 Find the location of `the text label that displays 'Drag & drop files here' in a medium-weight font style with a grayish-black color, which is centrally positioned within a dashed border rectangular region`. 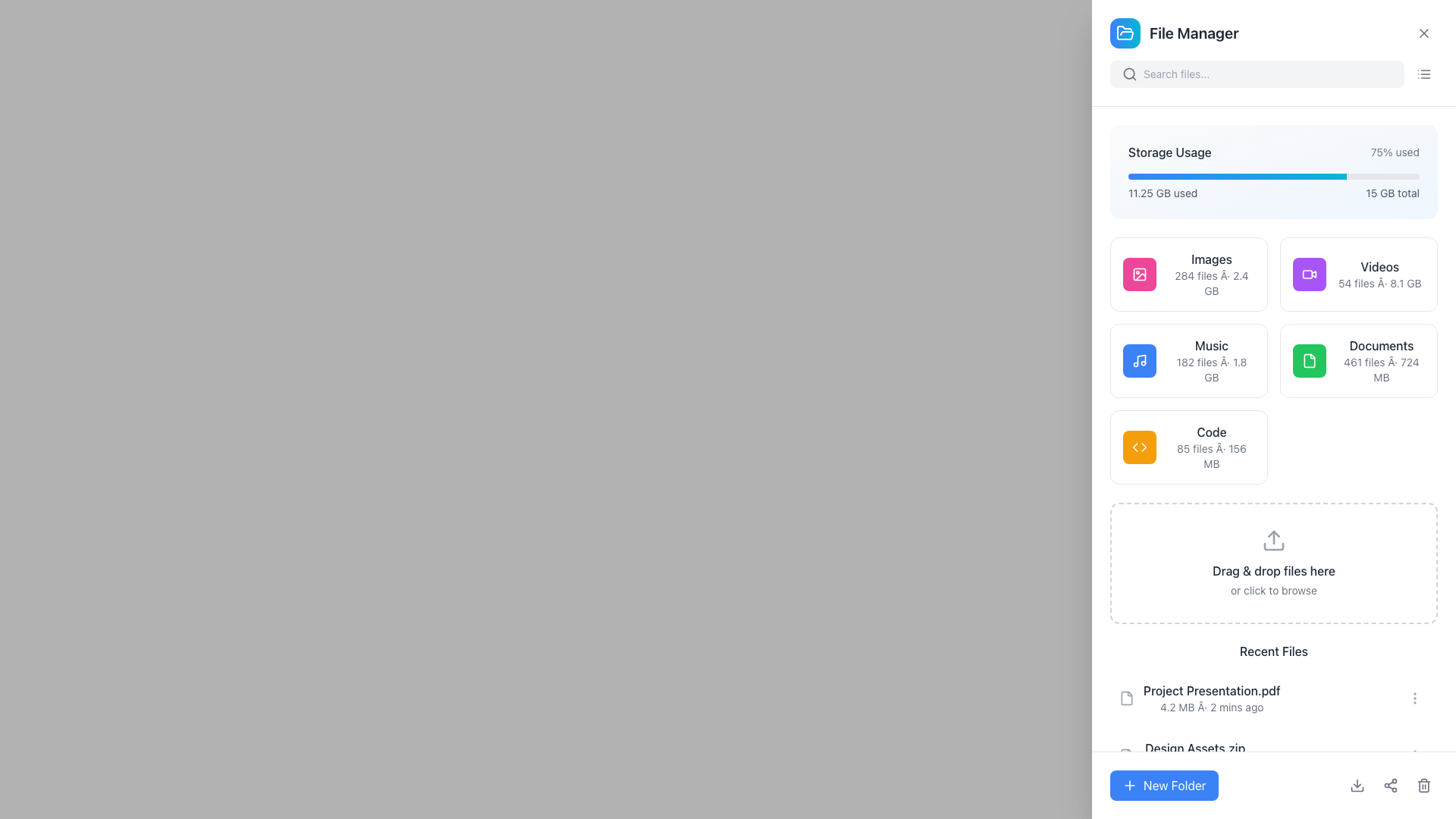

the text label that displays 'Drag & drop files here' in a medium-weight font style with a grayish-black color, which is centrally positioned within a dashed border rectangular region is located at coordinates (1274, 570).